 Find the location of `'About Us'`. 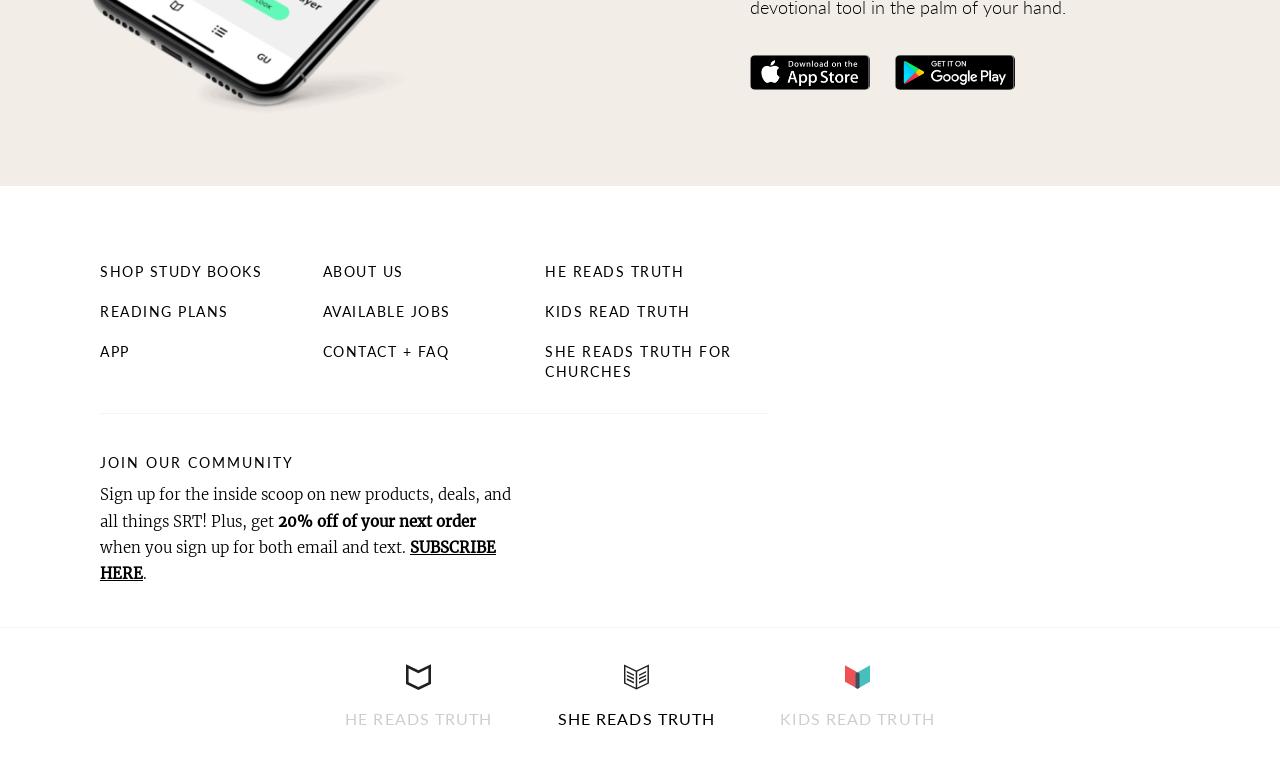

'About Us' is located at coordinates (322, 271).